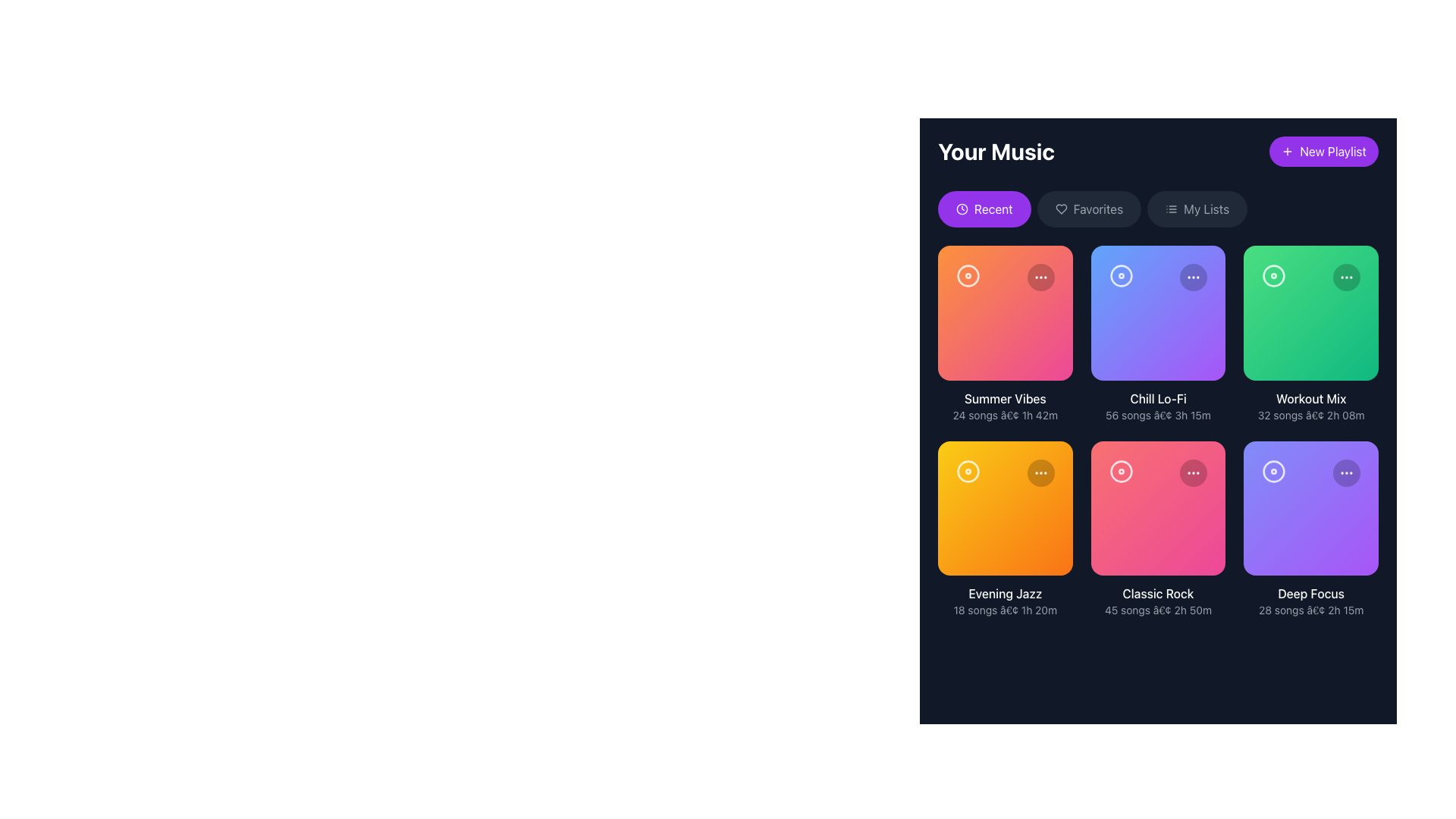  Describe the element at coordinates (1193, 278) in the screenshot. I see `the ellipsis icon, which consists of three horizontally arranged white dots on a black circular background` at that location.